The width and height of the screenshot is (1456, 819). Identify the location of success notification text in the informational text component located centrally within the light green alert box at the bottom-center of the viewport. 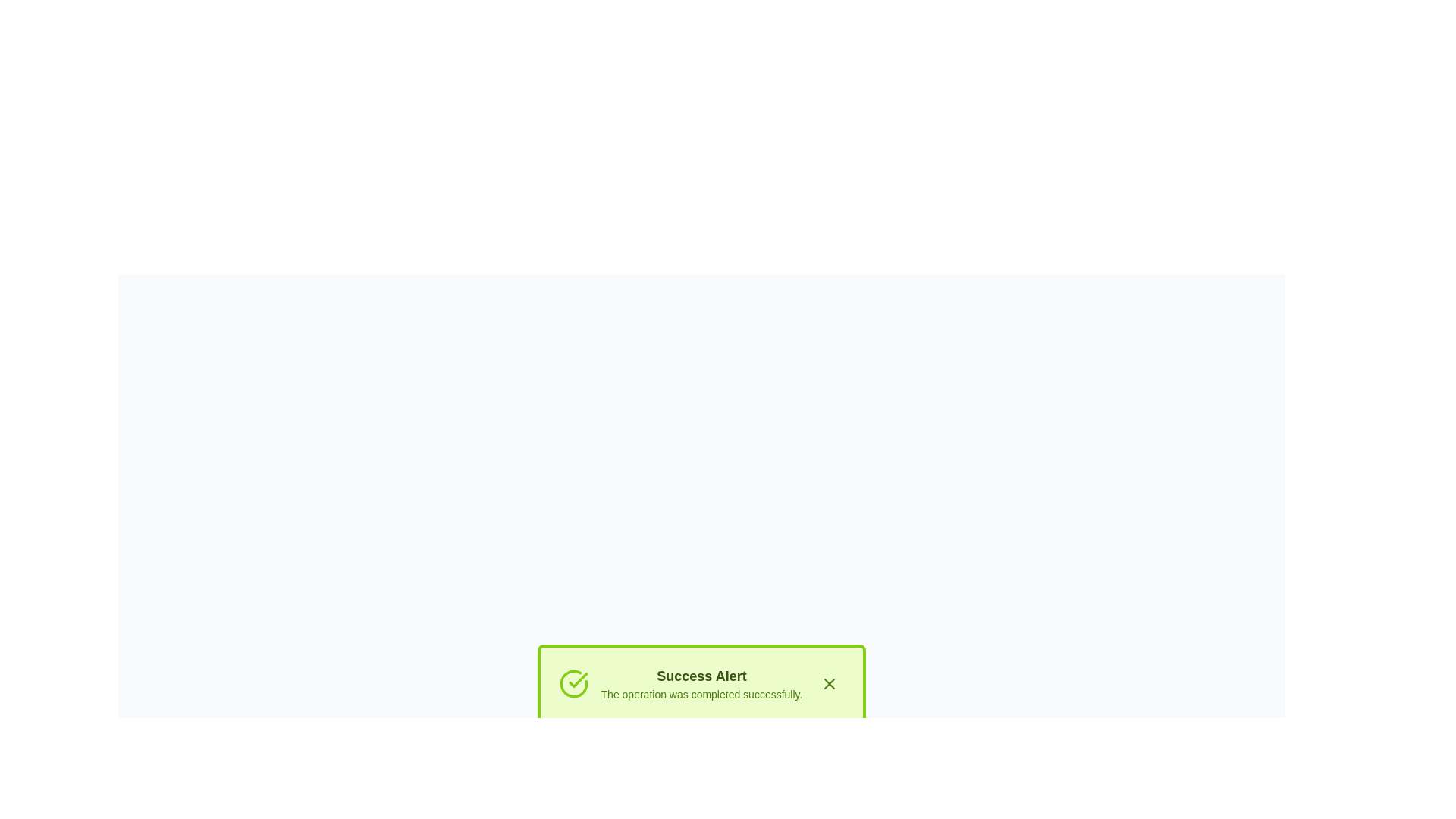
(701, 684).